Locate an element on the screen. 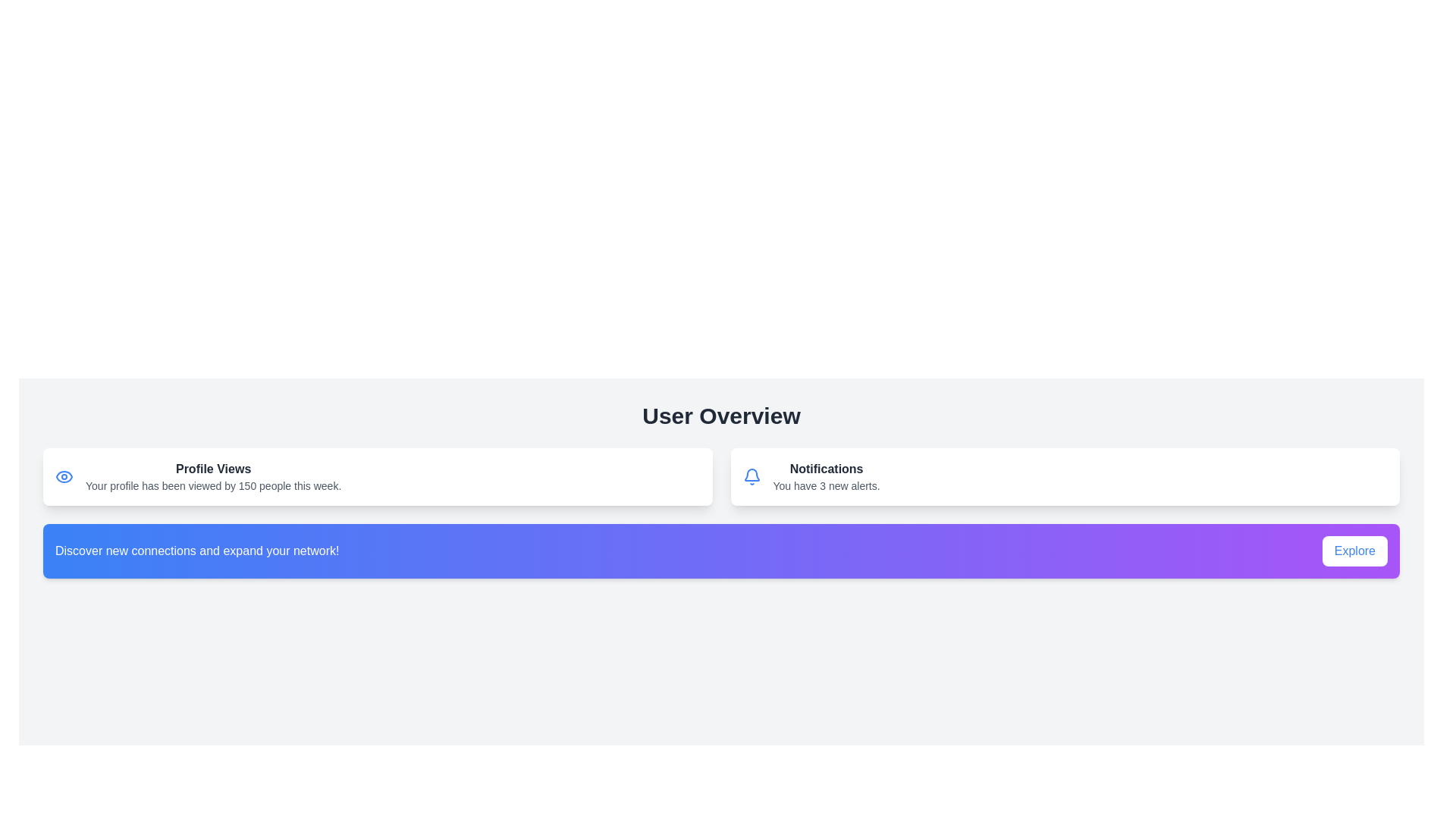  the text label reading 'Discover new connections and expand your network!' which is displayed in a bold, white font on a vibrant blue-to-purple gradient background is located at coordinates (196, 551).